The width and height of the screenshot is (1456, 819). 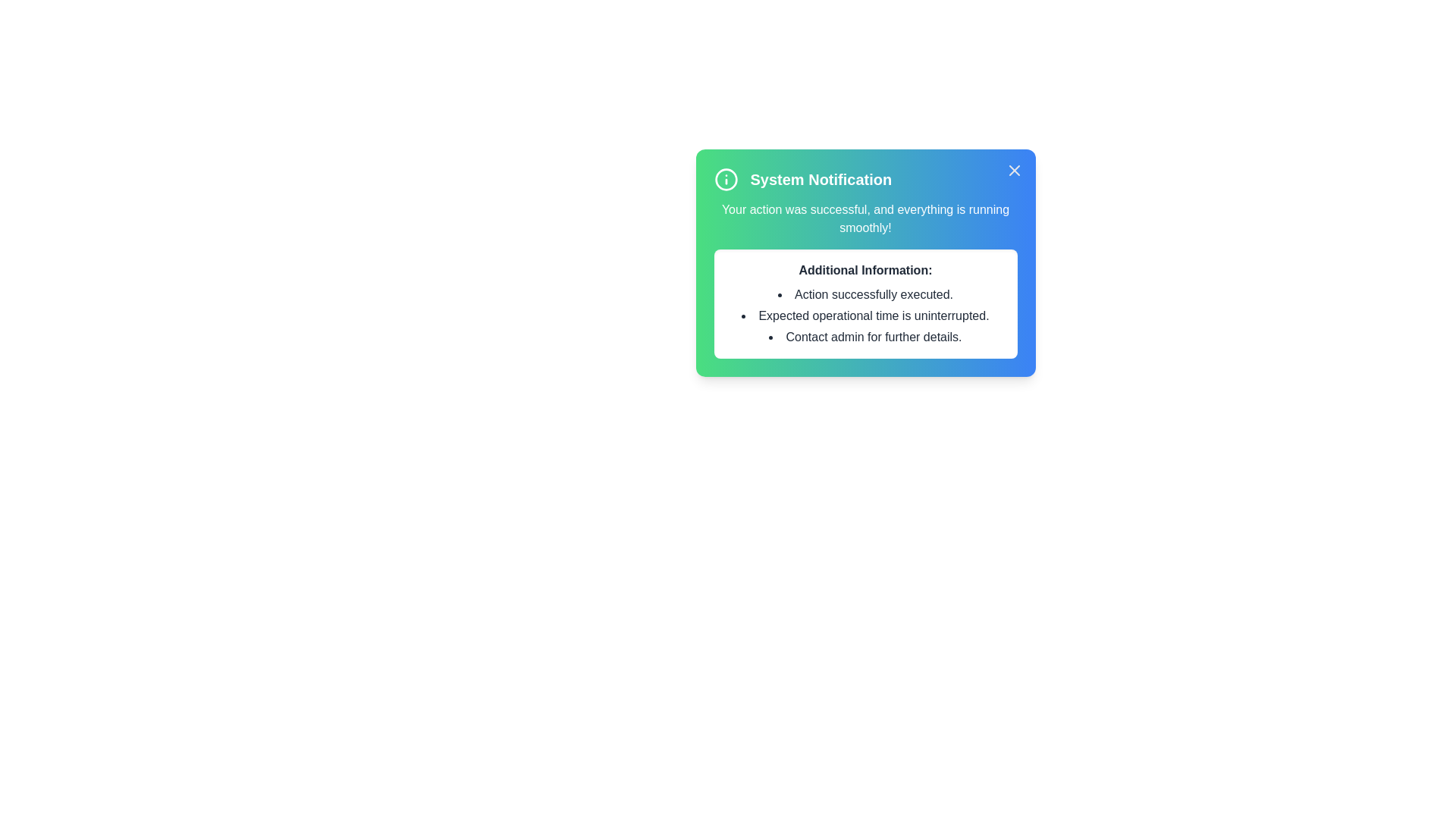 What do you see at coordinates (1014, 170) in the screenshot?
I see `the close button of the alert to close it` at bounding box center [1014, 170].